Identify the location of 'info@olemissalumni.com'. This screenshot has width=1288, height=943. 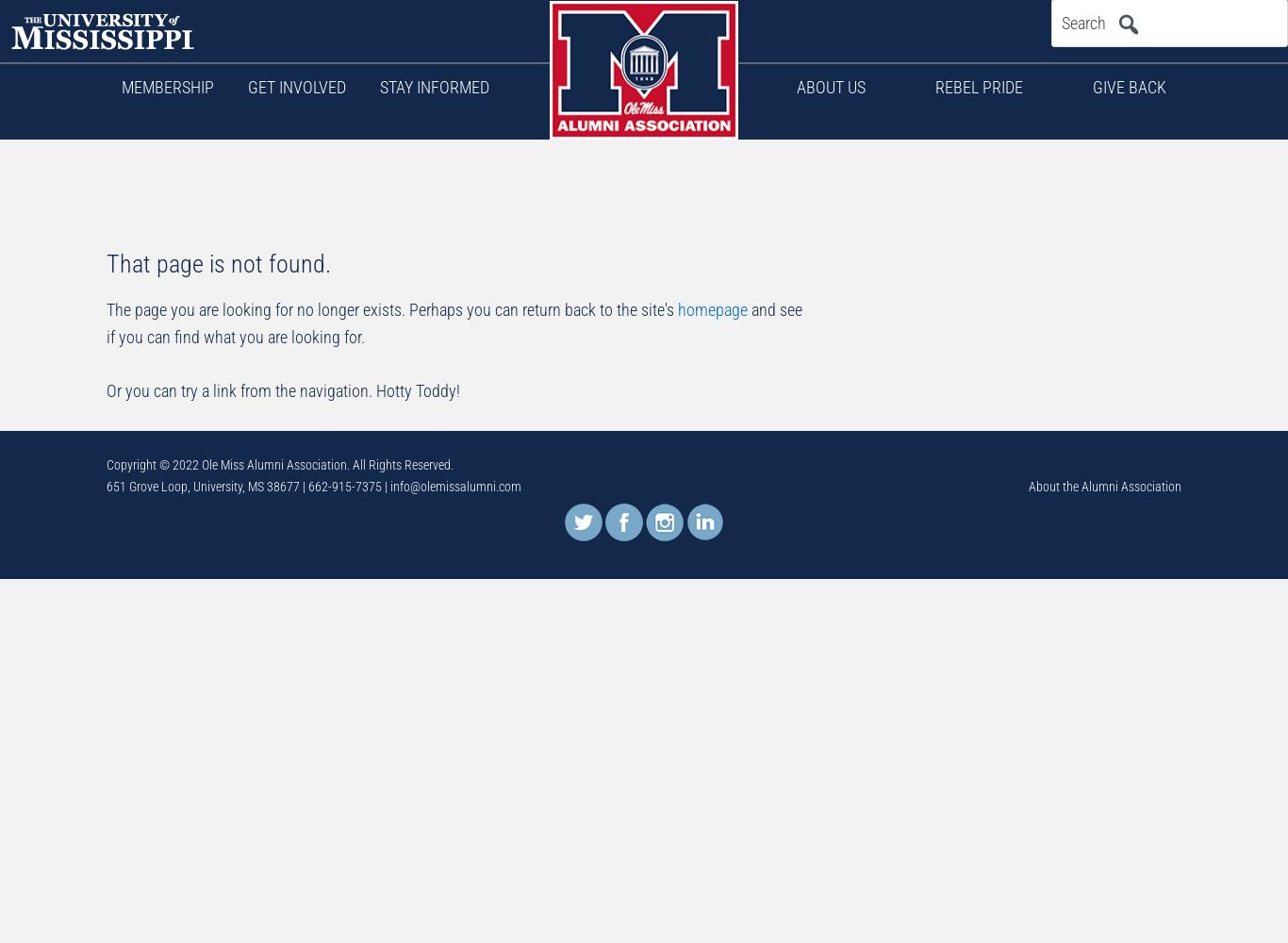
(455, 487).